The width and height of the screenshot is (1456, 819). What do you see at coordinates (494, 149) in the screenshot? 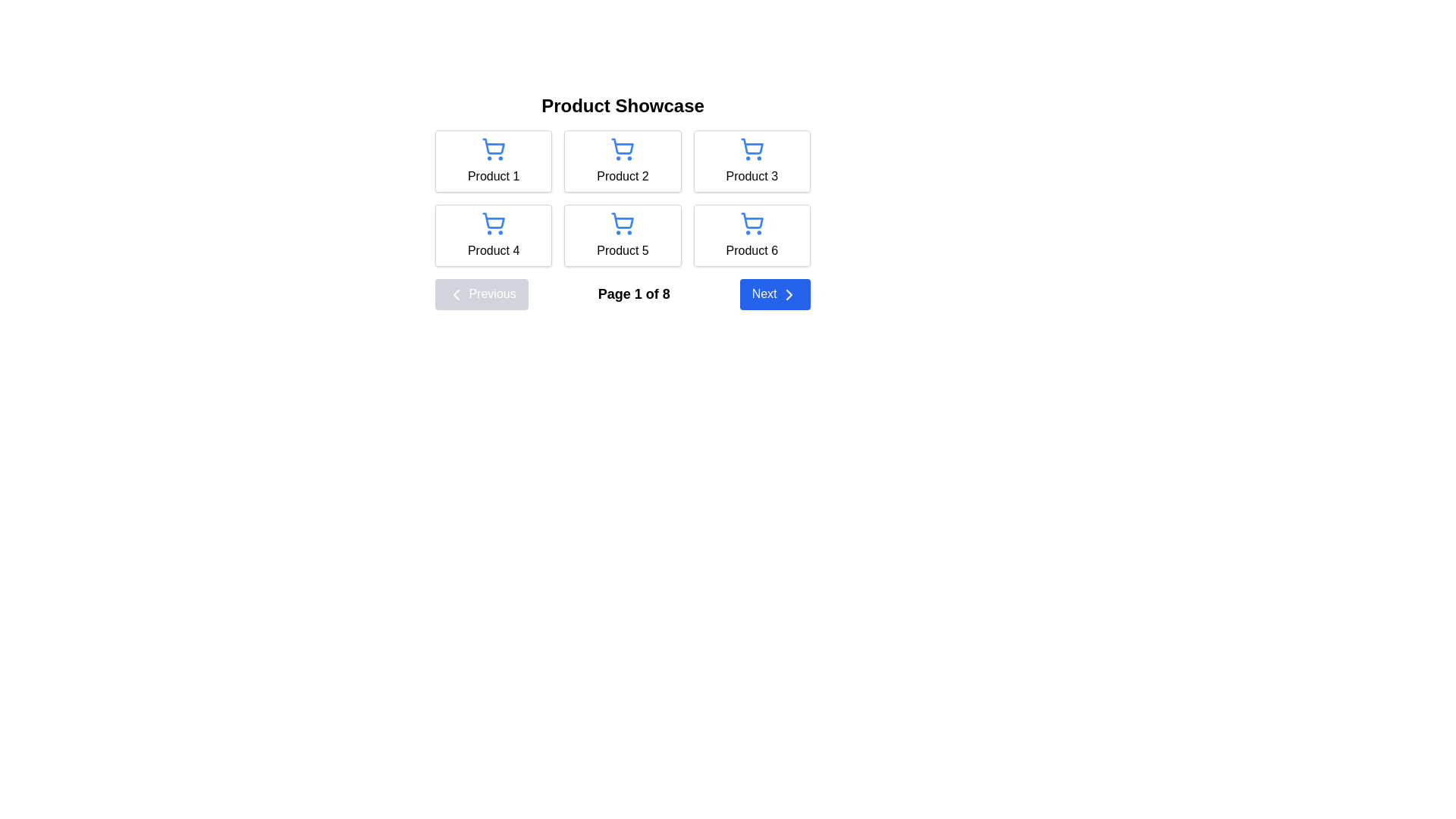
I see `the icon located in the top-left corner of the product grid, above the label 'Product 1', which is intended to add the product to the shopping cart or view more details` at bounding box center [494, 149].